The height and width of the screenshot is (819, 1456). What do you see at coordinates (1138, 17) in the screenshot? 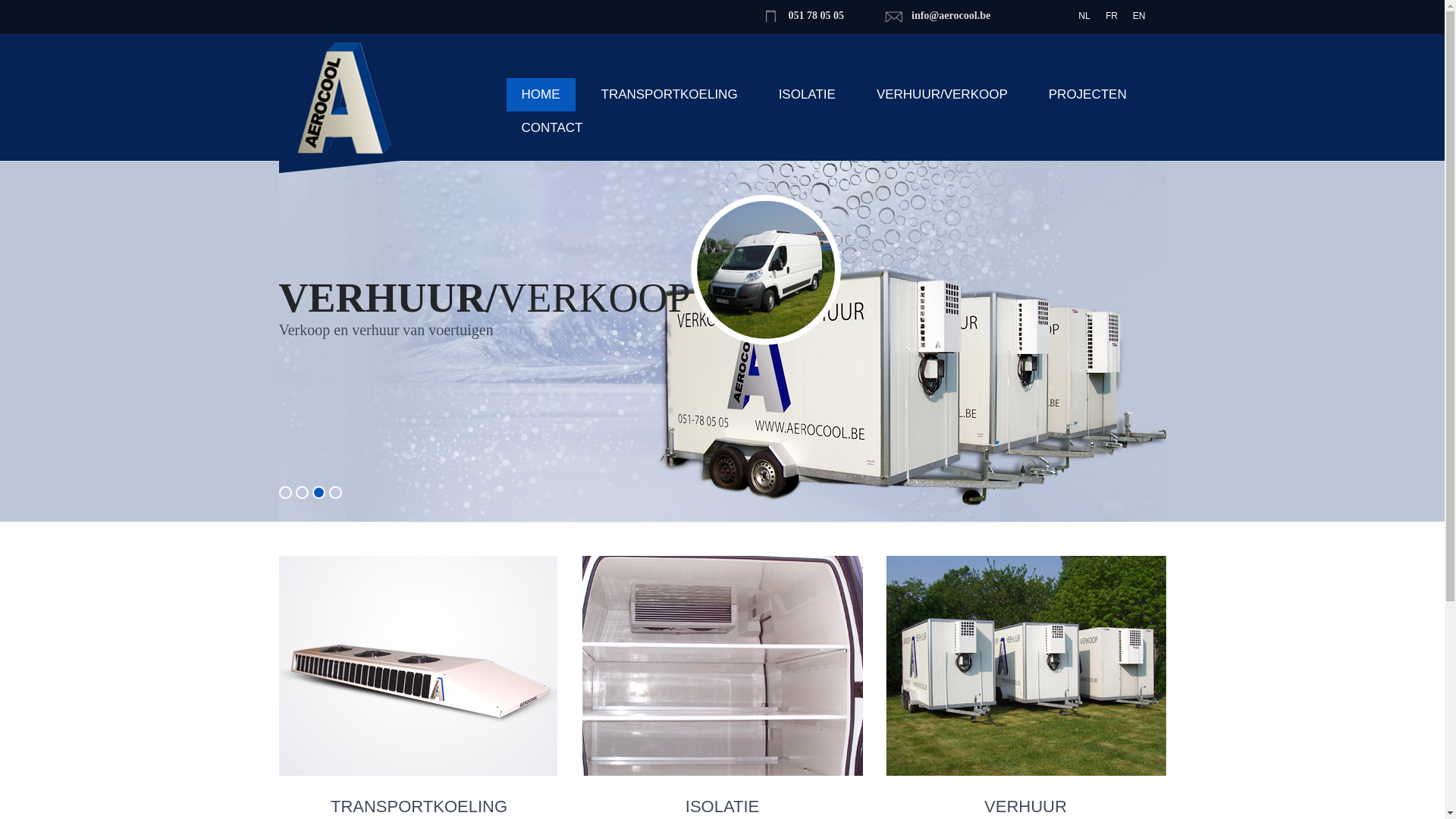
I see `'EN'` at bounding box center [1138, 17].